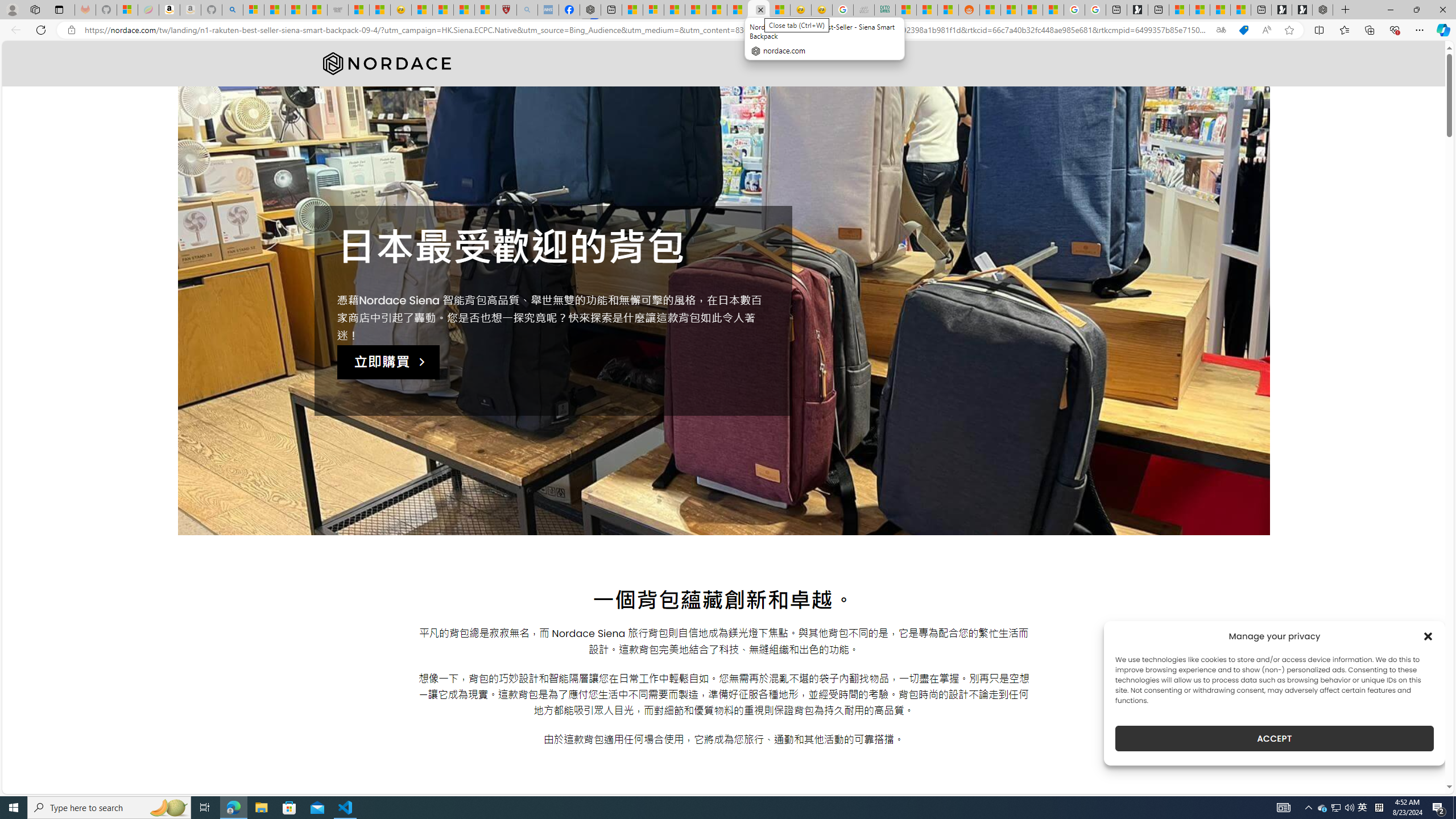 The width and height of the screenshot is (1456, 819). I want to click on 'View site information', so click(71, 30).